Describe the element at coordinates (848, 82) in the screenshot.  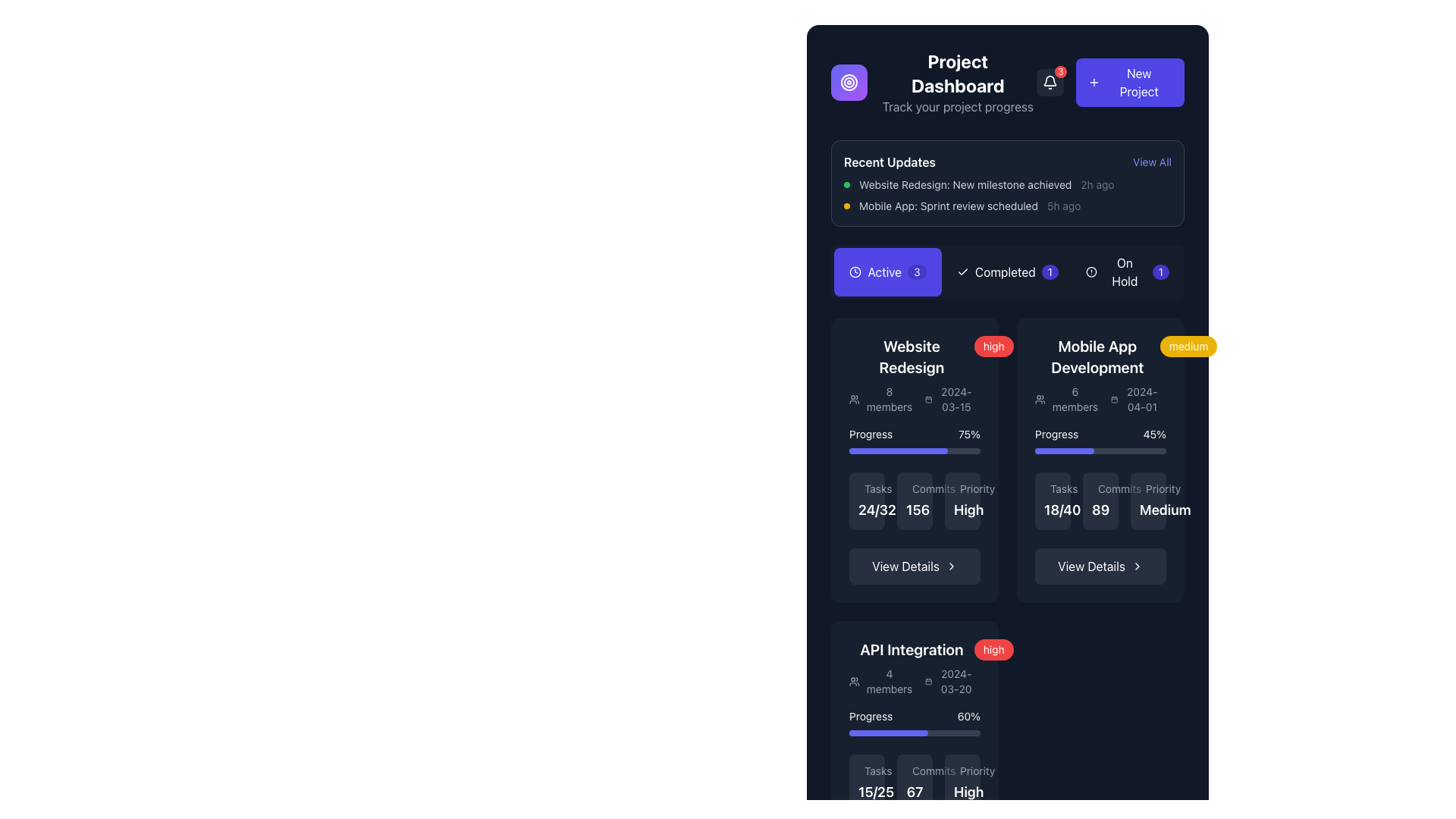
I see `the outermost circular SVG shape of the concentric circle icon, located to the left of the 'Dashboard' text` at that location.